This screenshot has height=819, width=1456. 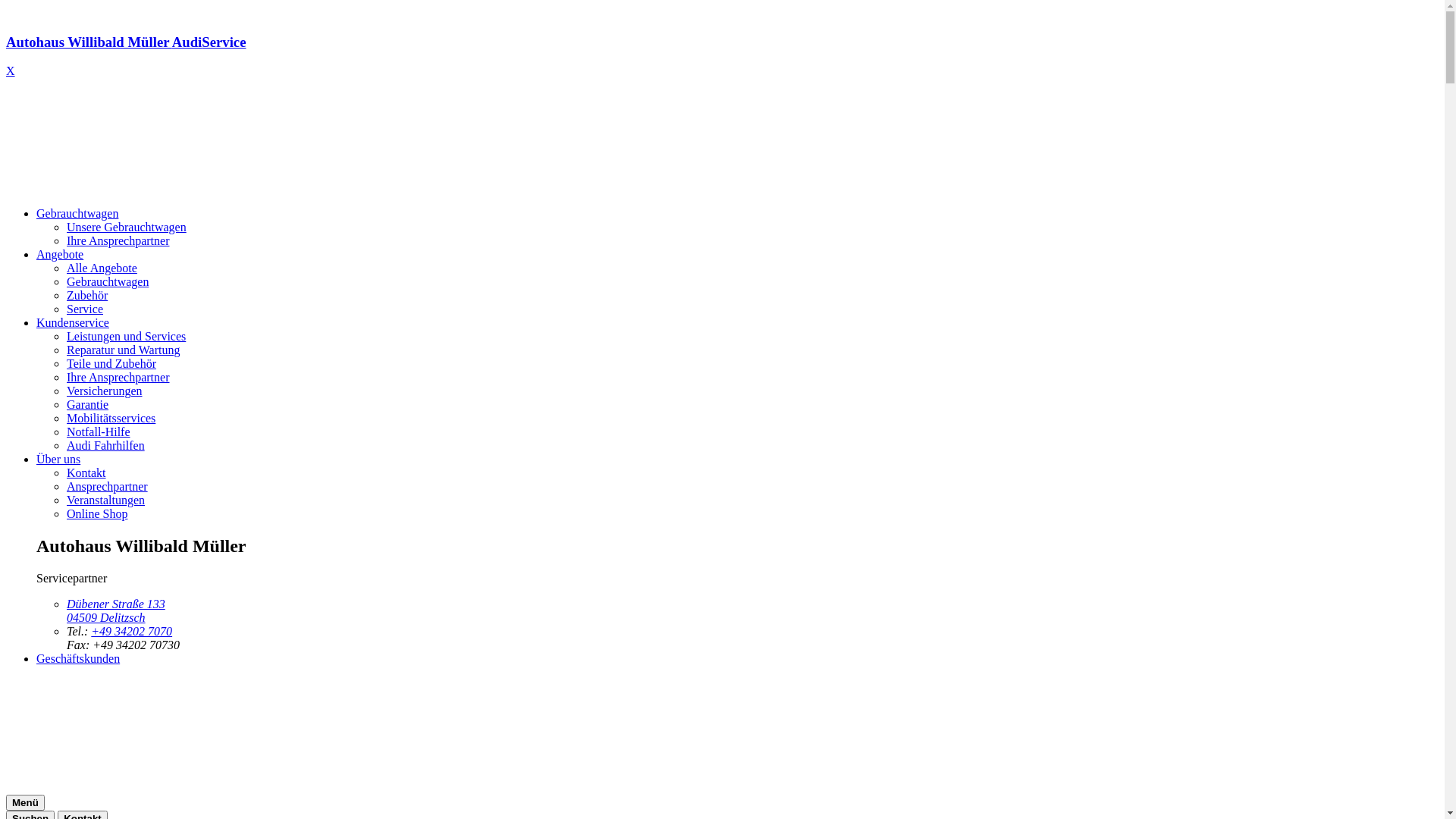 I want to click on 'Angebote', so click(x=59, y=253).